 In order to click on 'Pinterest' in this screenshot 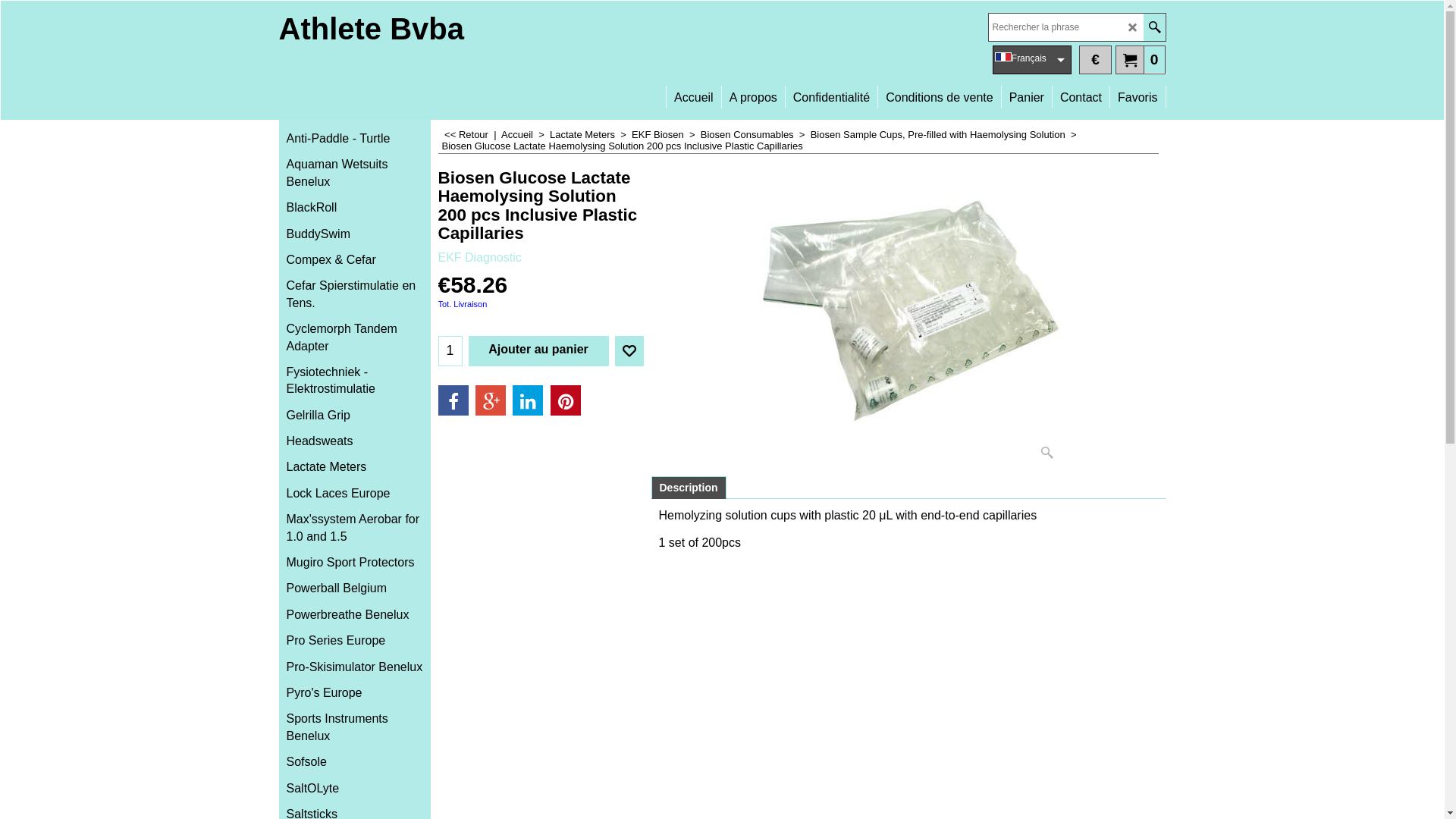, I will do `click(564, 400)`.